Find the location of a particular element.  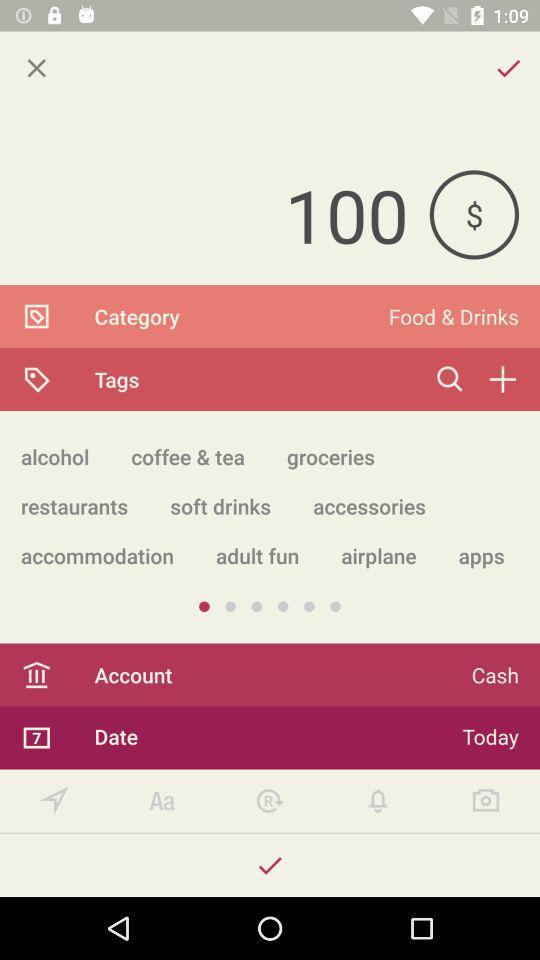

icon above the accommodation is located at coordinates (219, 505).